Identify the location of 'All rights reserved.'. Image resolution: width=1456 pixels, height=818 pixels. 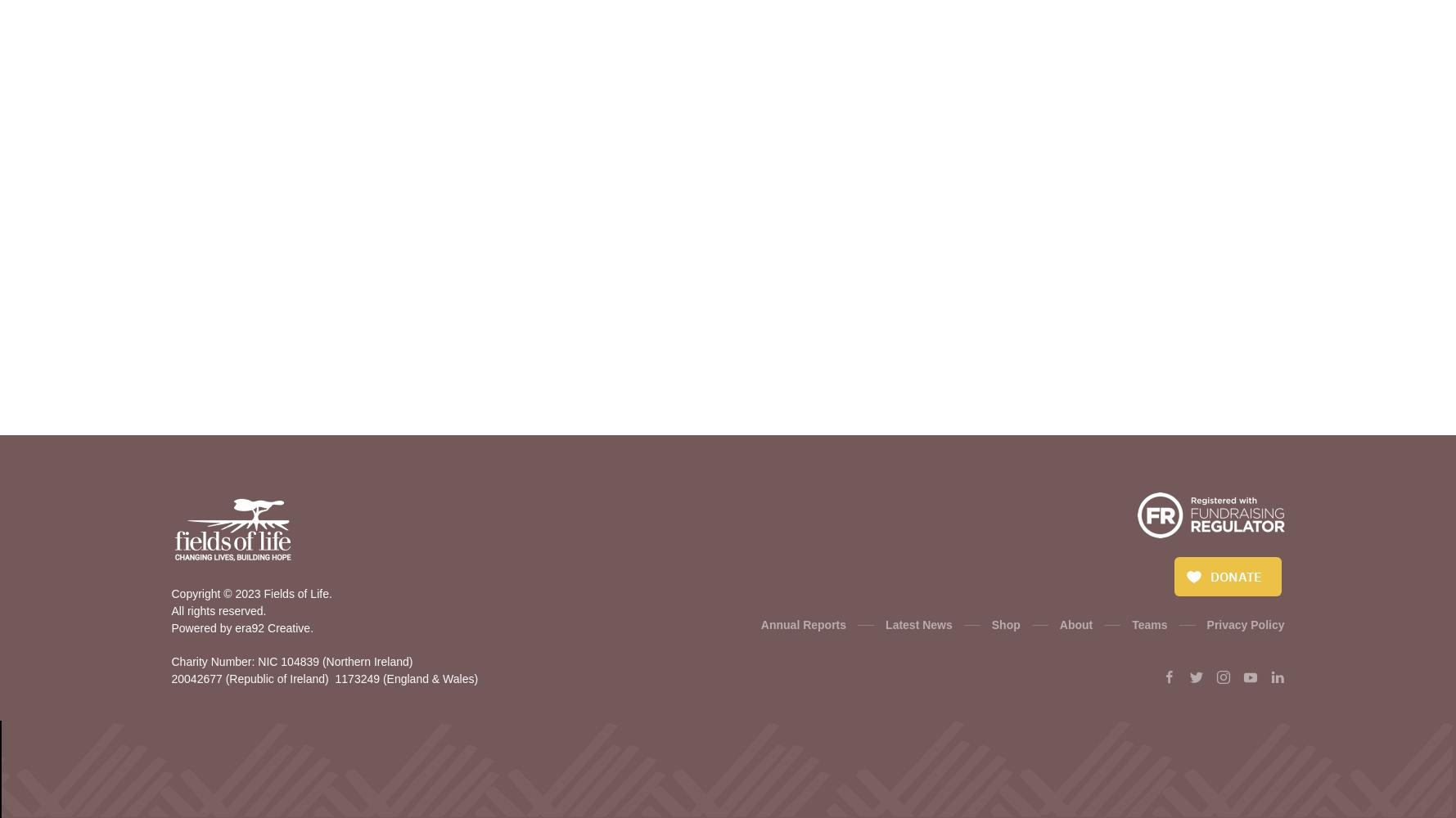
(218, 610).